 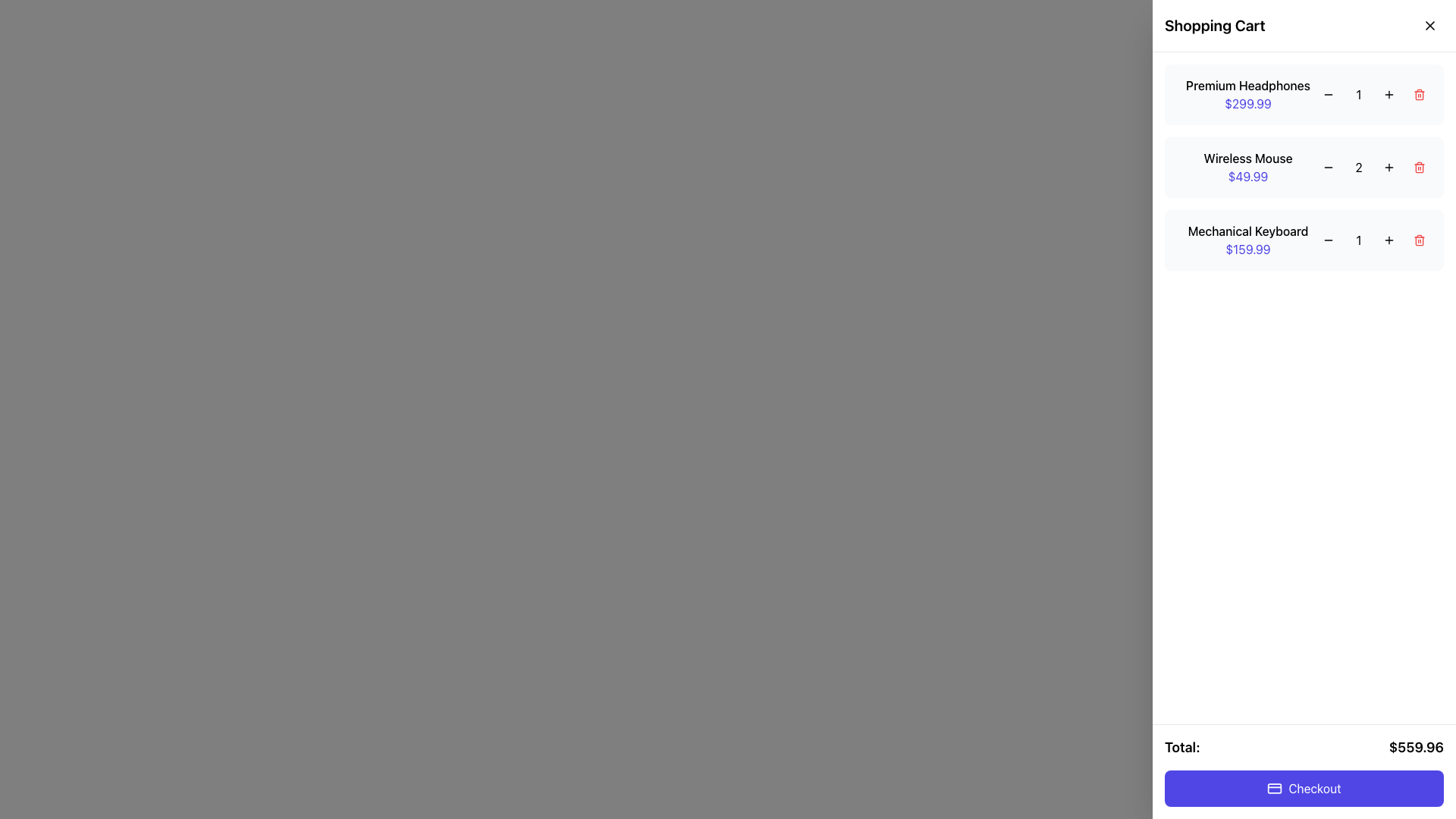 What do you see at coordinates (1389, 167) in the screenshot?
I see `the plus icon button to increase the item quantity for the 'Wireless Mouse' in the cart interface` at bounding box center [1389, 167].